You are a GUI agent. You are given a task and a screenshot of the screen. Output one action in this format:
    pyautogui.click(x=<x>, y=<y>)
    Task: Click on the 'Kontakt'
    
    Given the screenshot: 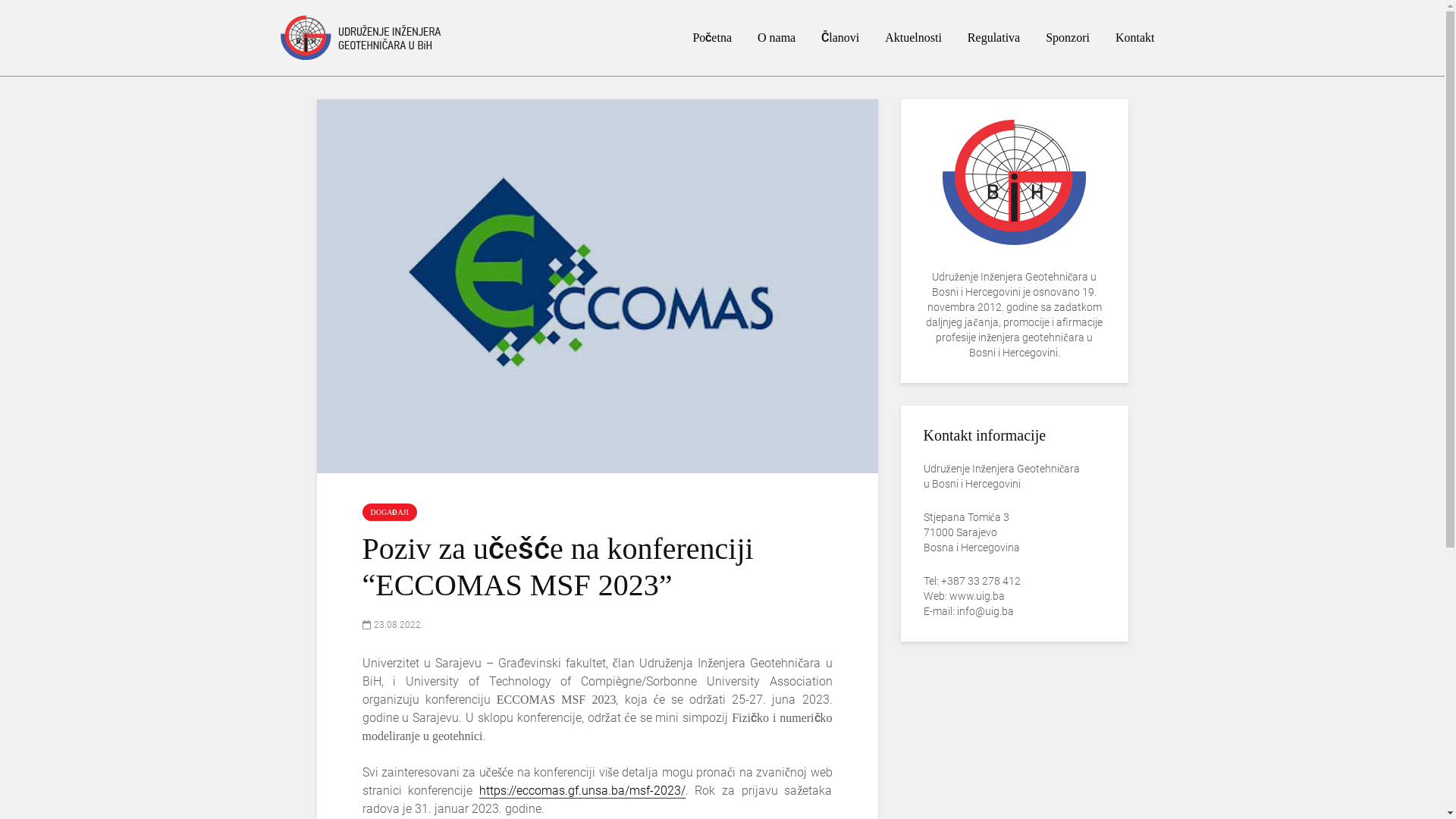 What is the action you would take?
    pyautogui.click(x=1135, y=37)
    